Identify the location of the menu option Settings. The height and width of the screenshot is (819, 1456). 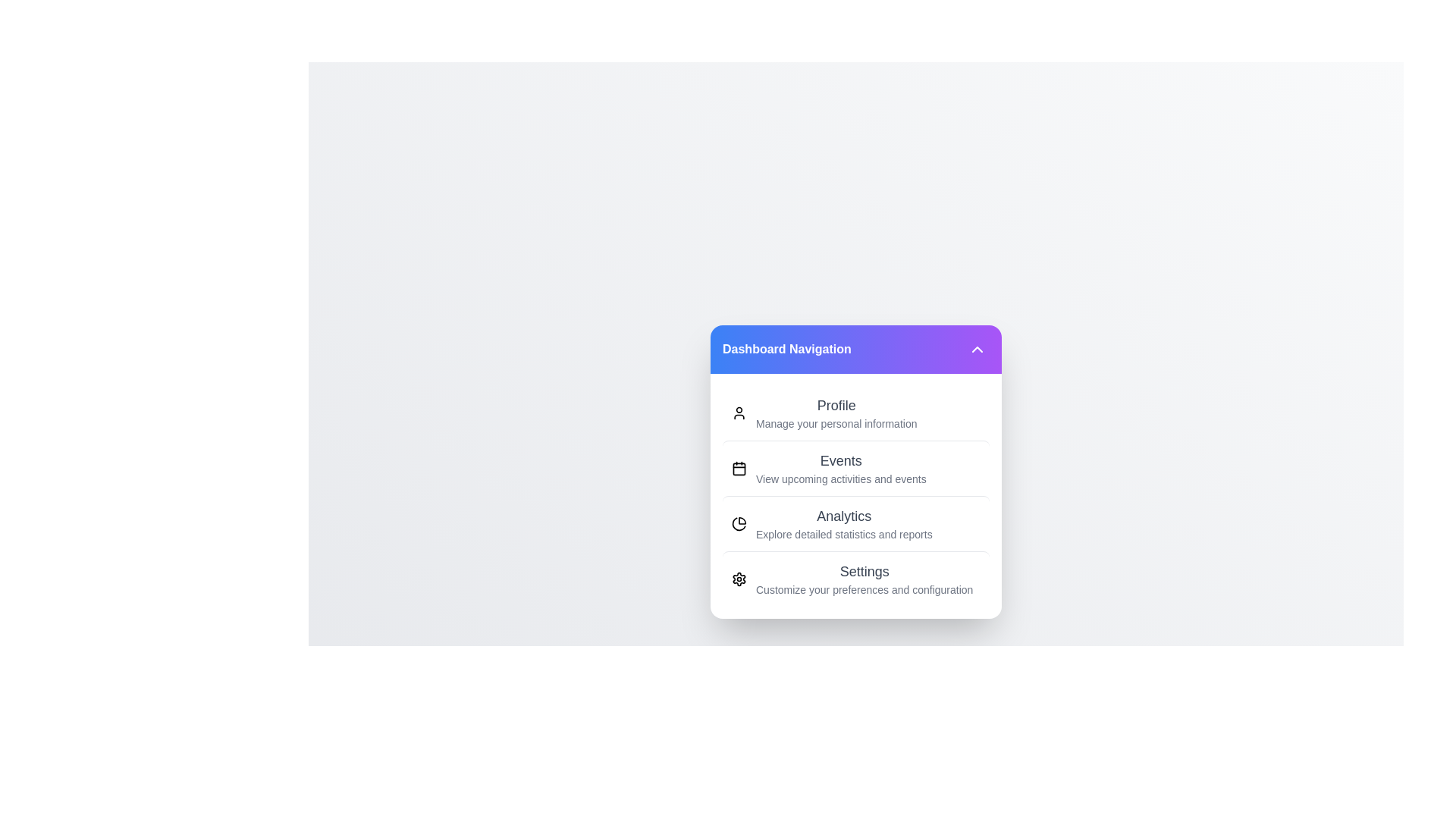
(855, 579).